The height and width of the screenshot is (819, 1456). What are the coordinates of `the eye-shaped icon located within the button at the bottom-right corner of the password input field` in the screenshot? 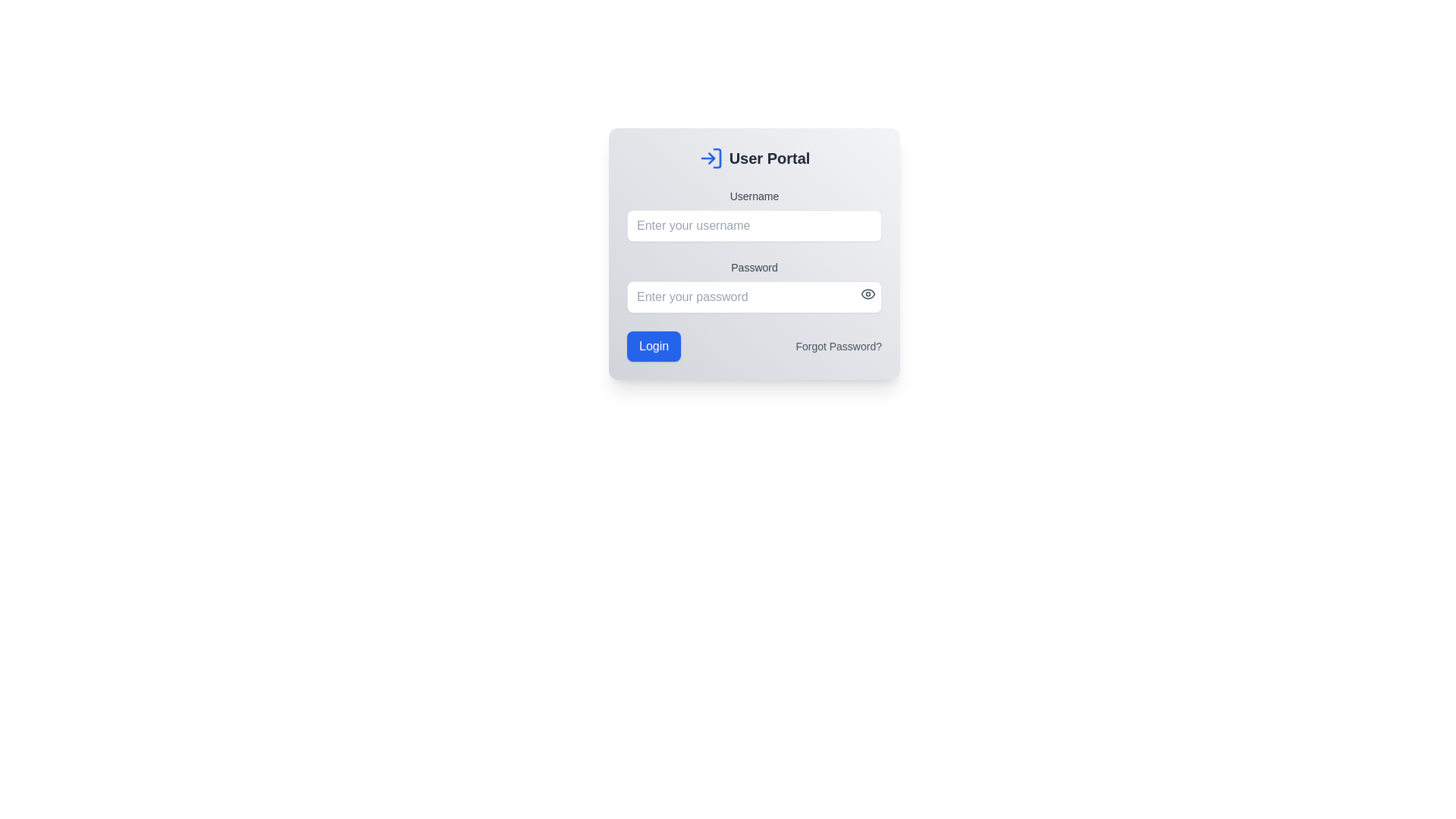 It's located at (868, 294).